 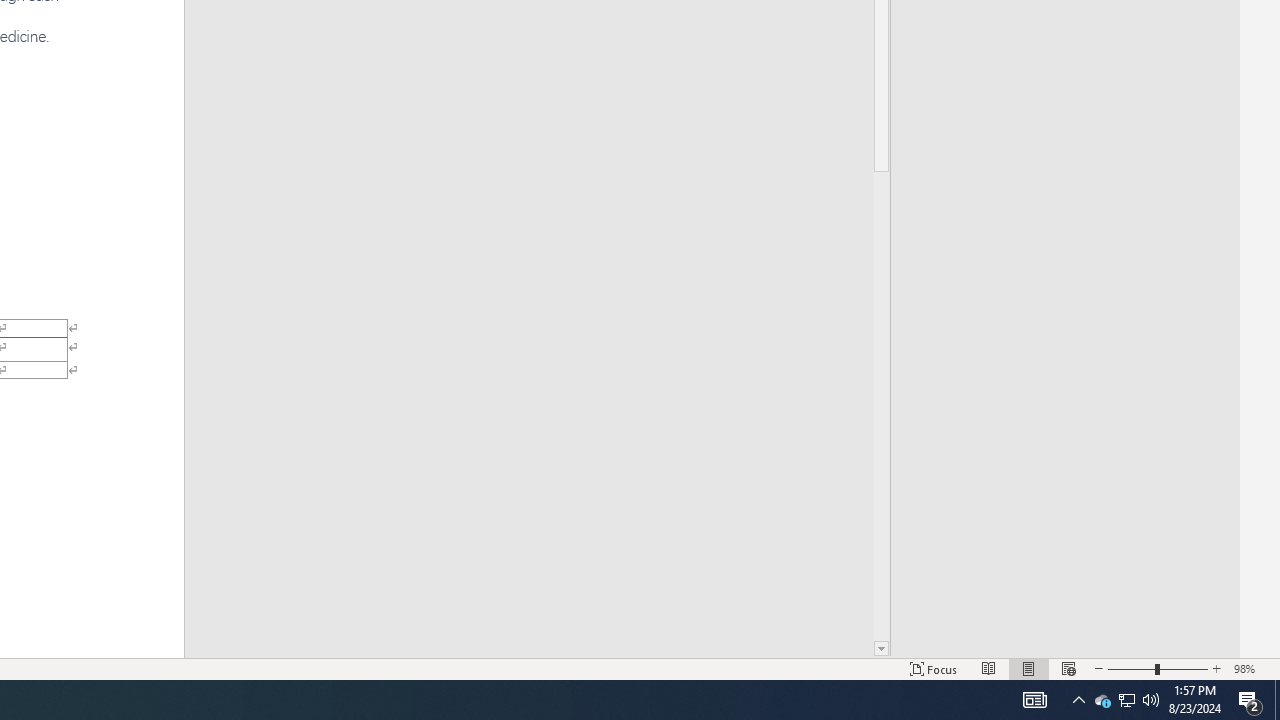 I want to click on 'Zoom', so click(x=1158, y=669).